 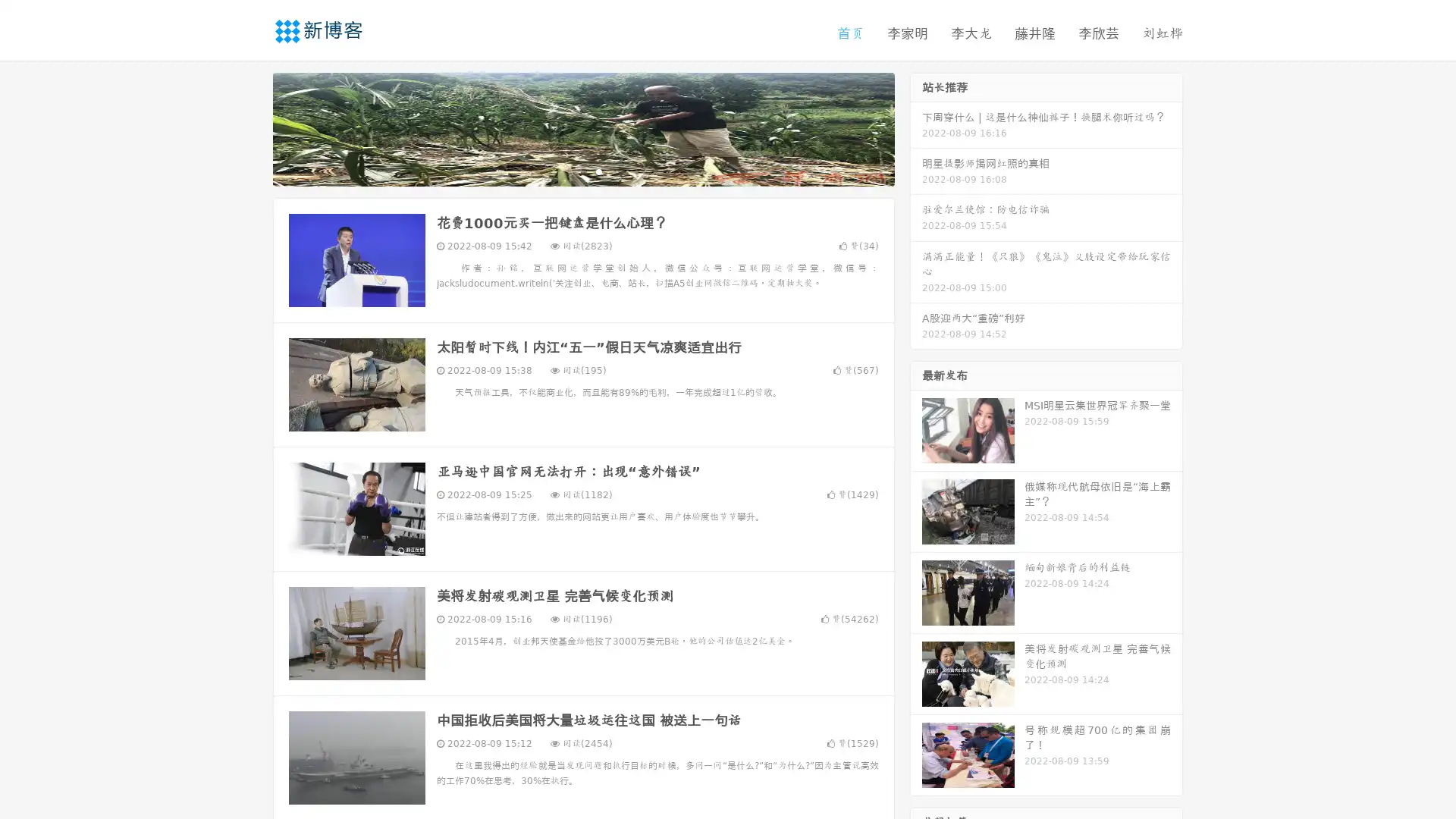 What do you see at coordinates (250, 127) in the screenshot?
I see `Previous slide` at bounding box center [250, 127].